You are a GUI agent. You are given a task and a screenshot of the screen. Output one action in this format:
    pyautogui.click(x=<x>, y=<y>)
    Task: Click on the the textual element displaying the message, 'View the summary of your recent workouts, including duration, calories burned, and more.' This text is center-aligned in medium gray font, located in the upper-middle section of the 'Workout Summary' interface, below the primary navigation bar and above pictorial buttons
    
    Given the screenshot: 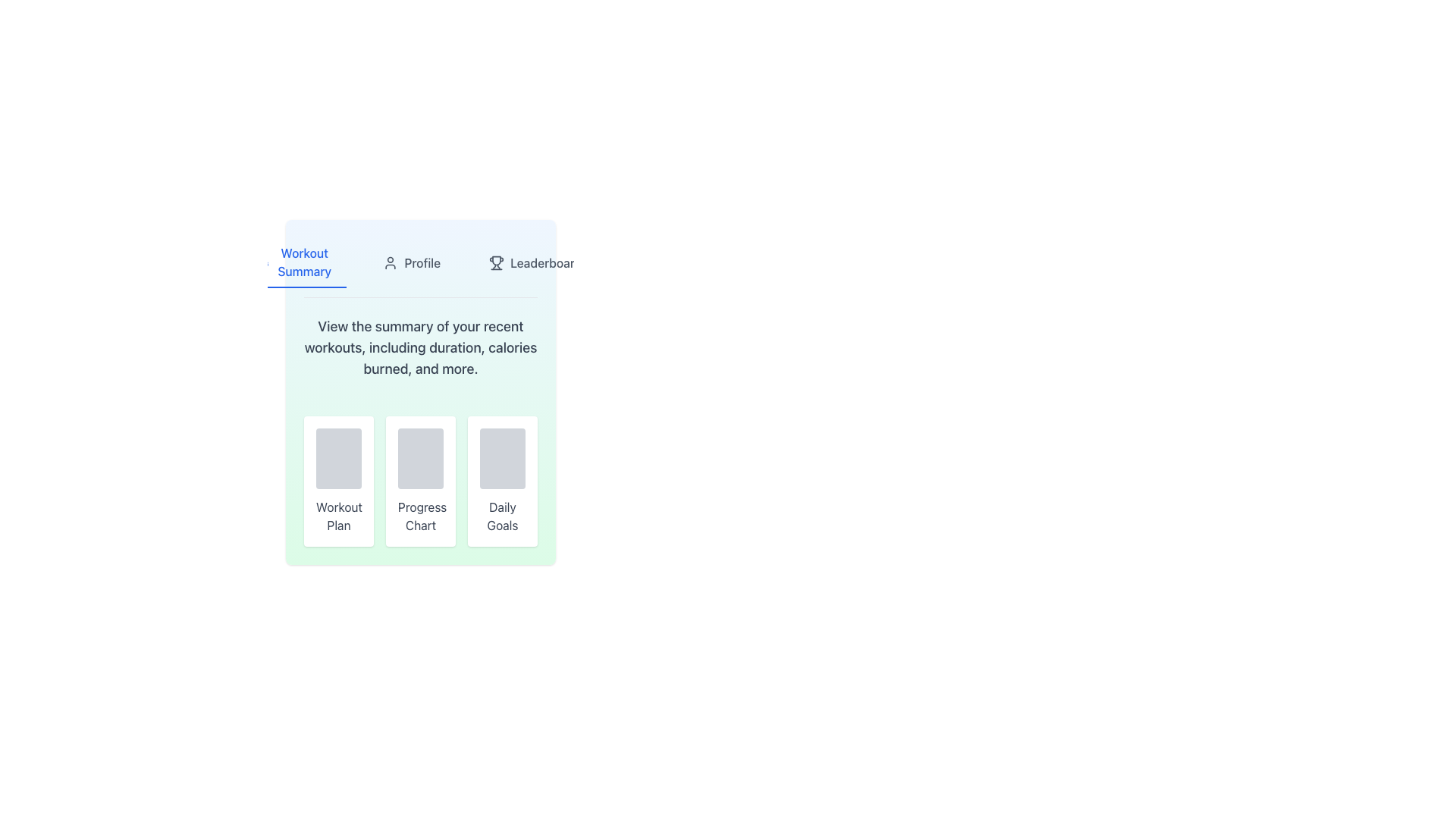 What is the action you would take?
    pyautogui.click(x=421, y=348)
    